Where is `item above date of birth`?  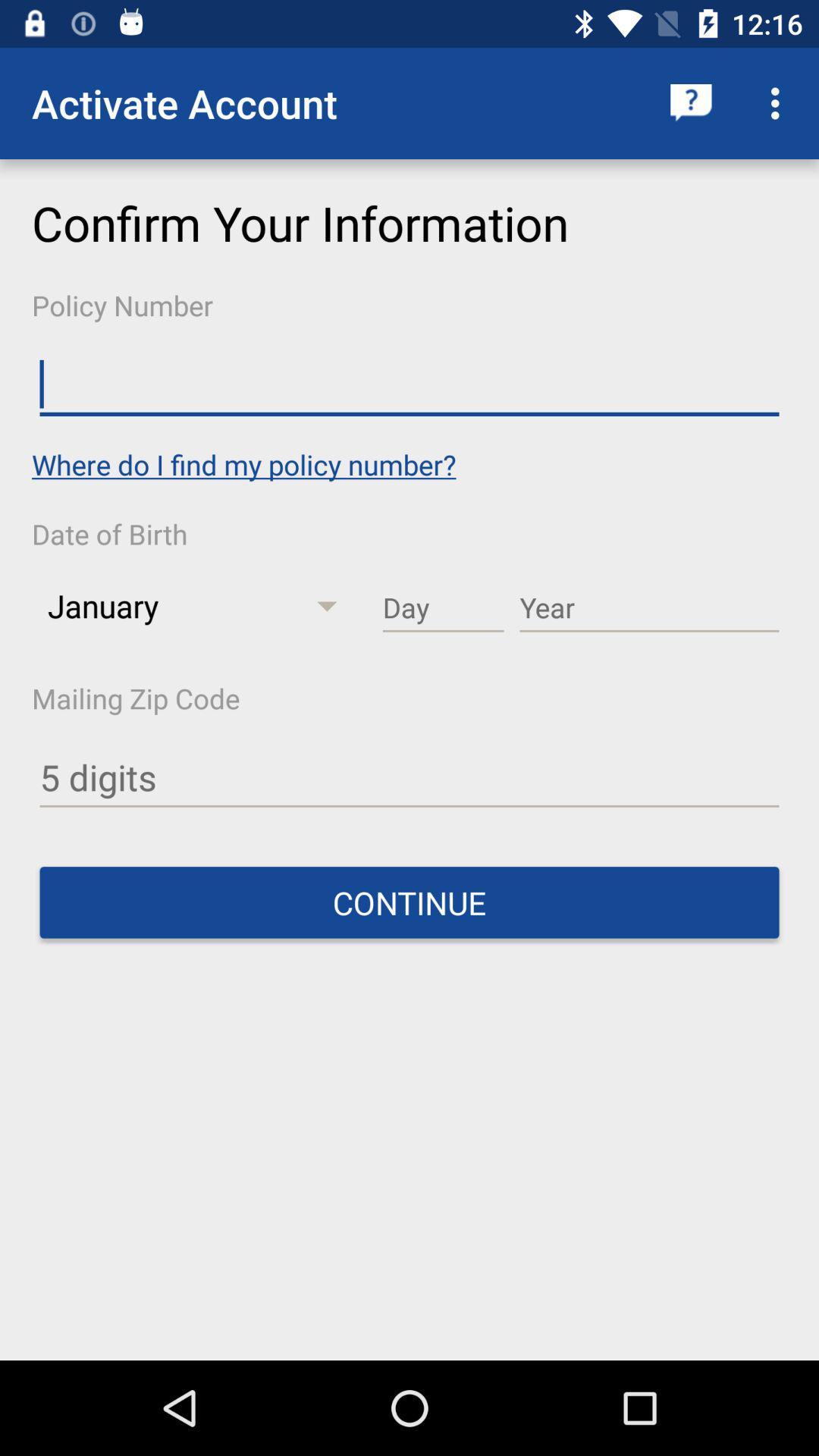
item above date of birth is located at coordinates (243, 463).